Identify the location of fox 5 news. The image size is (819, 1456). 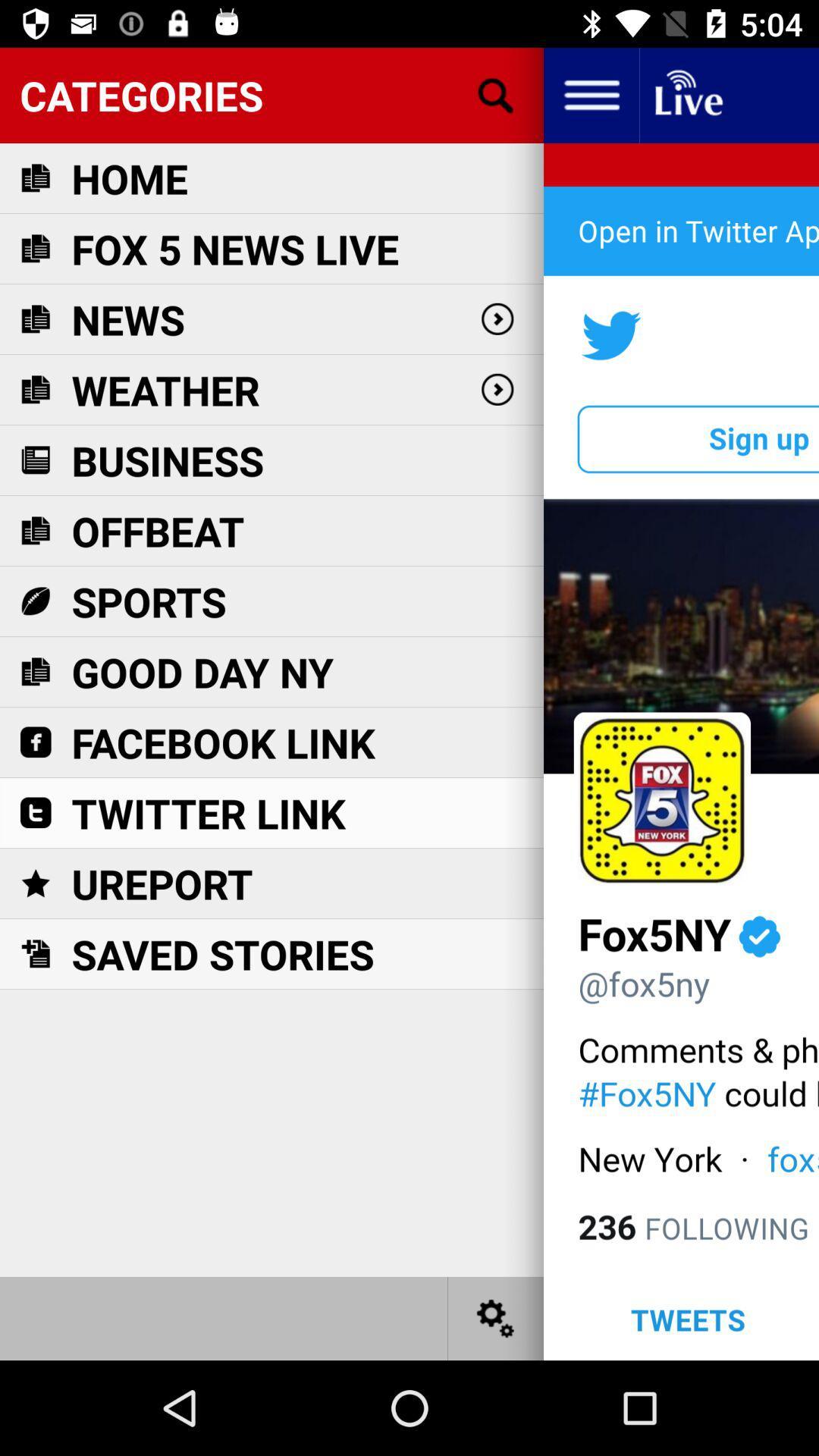
(235, 249).